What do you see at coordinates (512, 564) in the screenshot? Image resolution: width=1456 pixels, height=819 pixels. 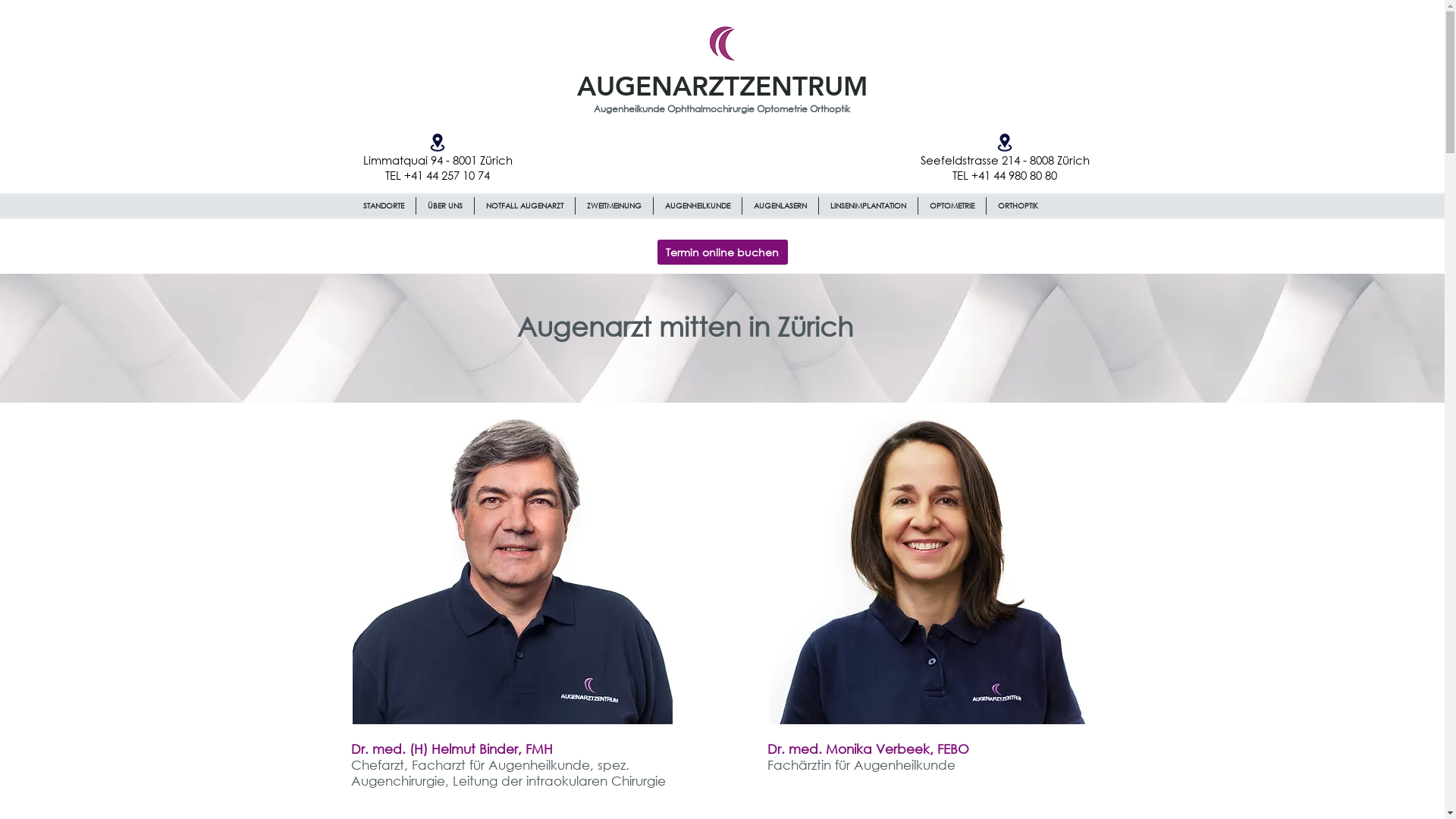 I see `'Dr. med. Helmut Binder'` at bounding box center [512, 564].